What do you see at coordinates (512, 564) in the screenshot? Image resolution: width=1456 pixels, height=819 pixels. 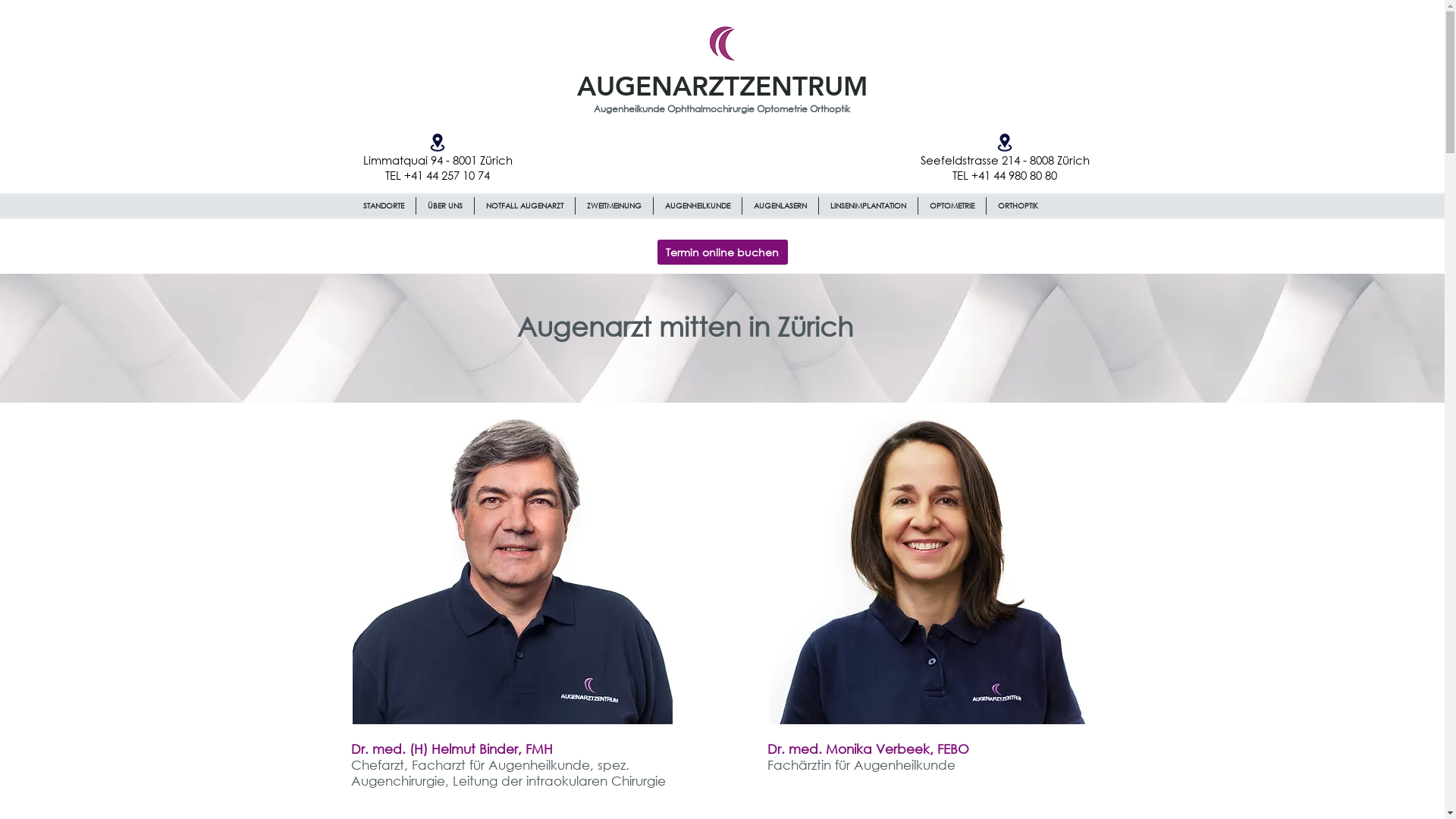 I see `'Dr. med. Helmut Binder'` at bounding box center [512, 564].